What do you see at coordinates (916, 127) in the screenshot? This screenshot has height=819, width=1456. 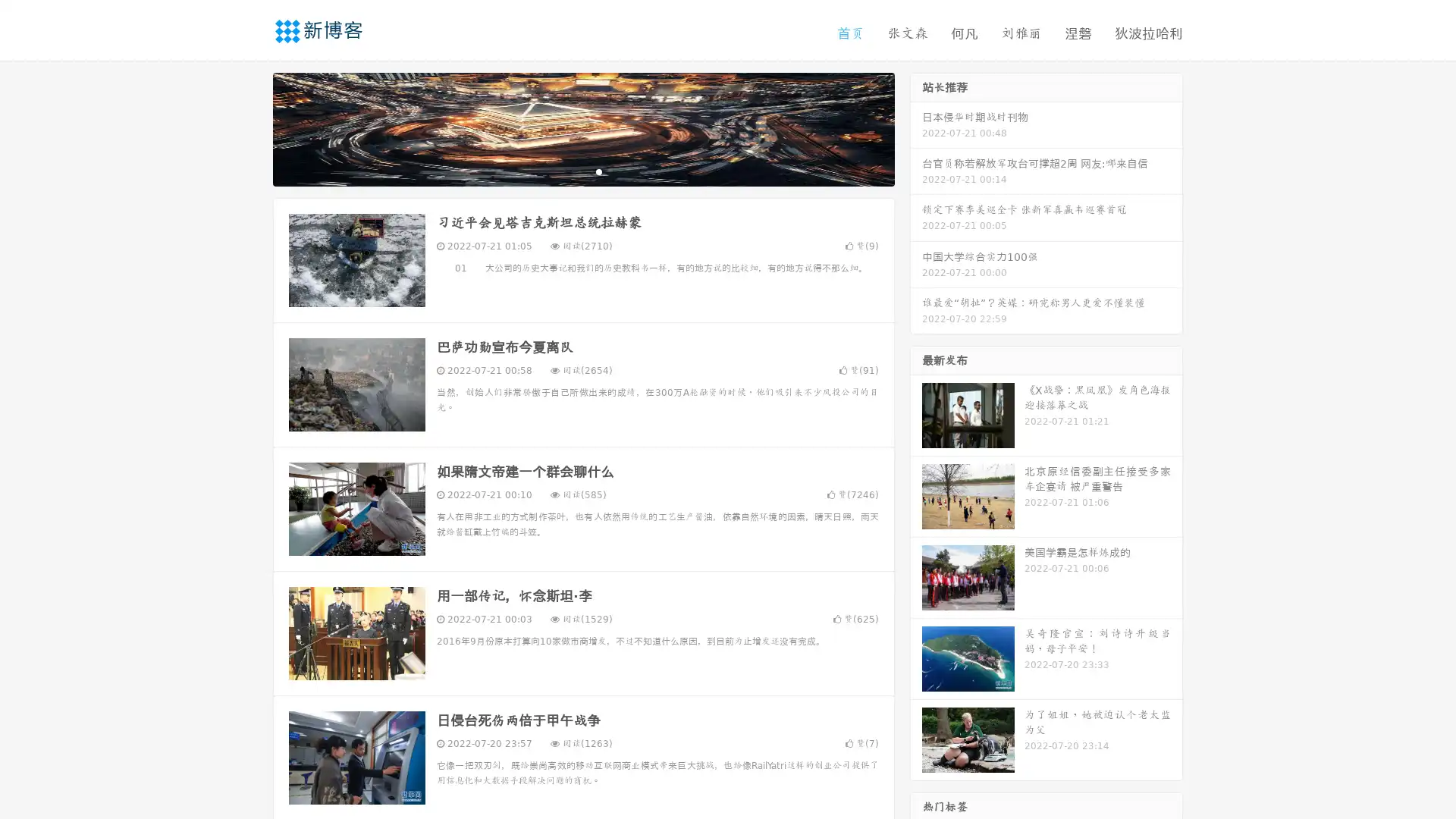 I see `Next slide` at bounding box center [916, 127].